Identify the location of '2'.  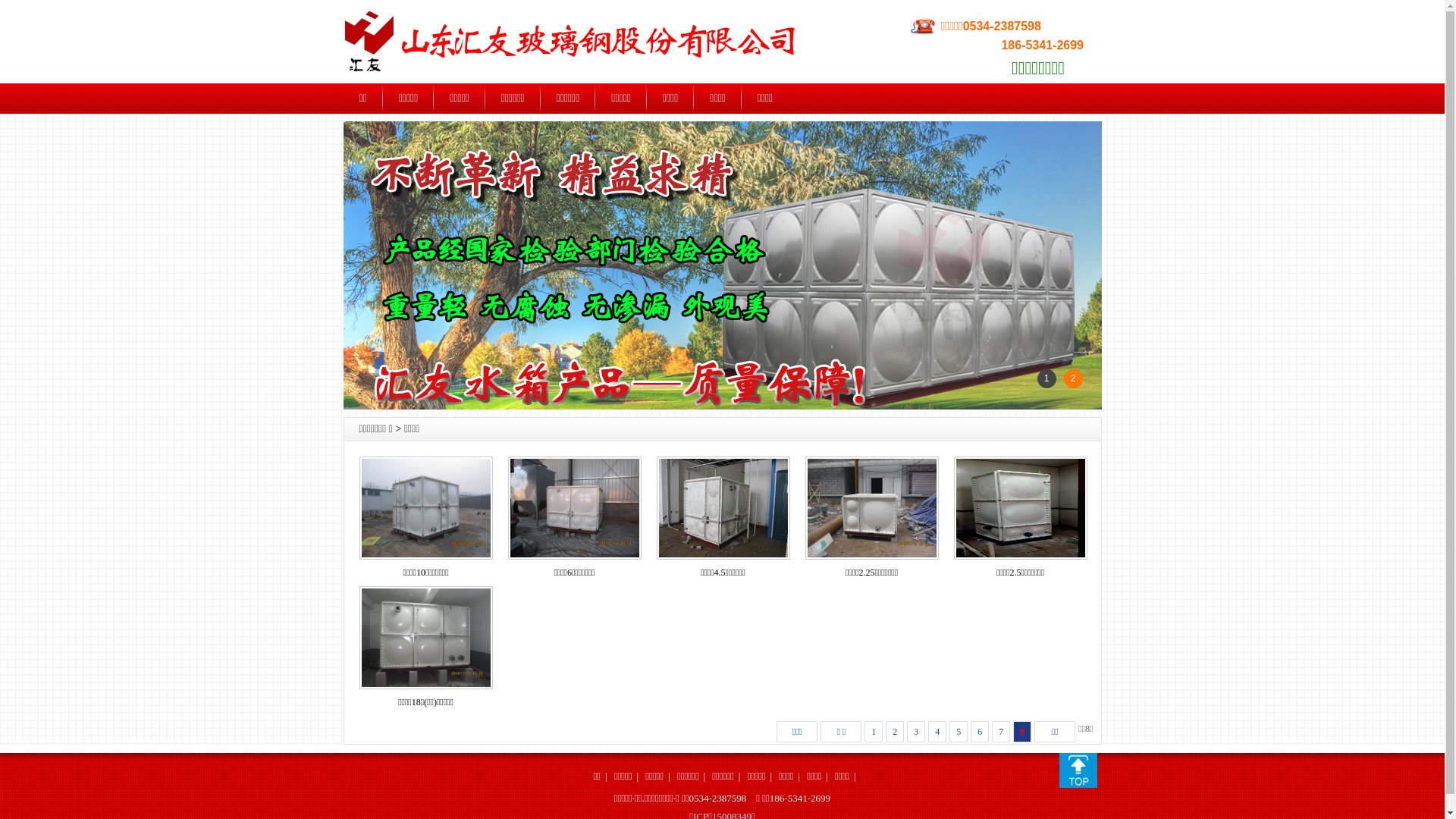
(895, 730).